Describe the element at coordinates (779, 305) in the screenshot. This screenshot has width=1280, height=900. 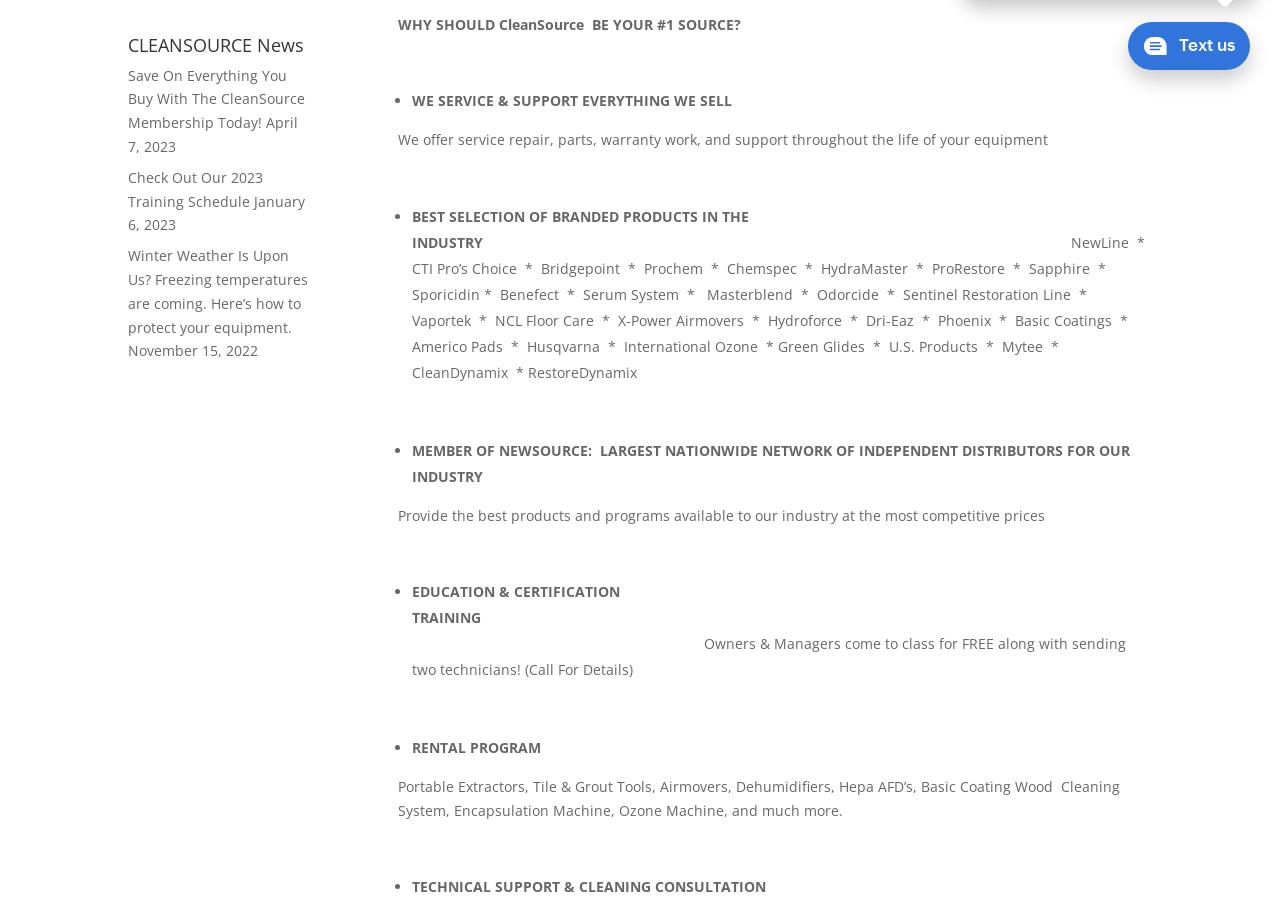
I see `'NewLine  *  CTI Pro’s Choice  *  Bridgepoint  *  Prochem  *  Chemspec  *  HydraMaster  *  ProRestore  *  Sapphire  *  Sporicidin *  Benefect  *  Serum System  *   Masterblend  *  Odorcide  *  Sentinel Restoration Line  *   Vaportek  *  NCL Floor Care  *  X-Power Airmovers  *  Hydroforce  *  Dri-Eaz  *  Phoenix  *  Basic Coatings  *  Americo Pads  *  Husqvarna  *  International Ozone  * Green Glides  *  U.S. Products  *  Mytee  *  CleanDynamix  * RestoreDynamix'` at that location.